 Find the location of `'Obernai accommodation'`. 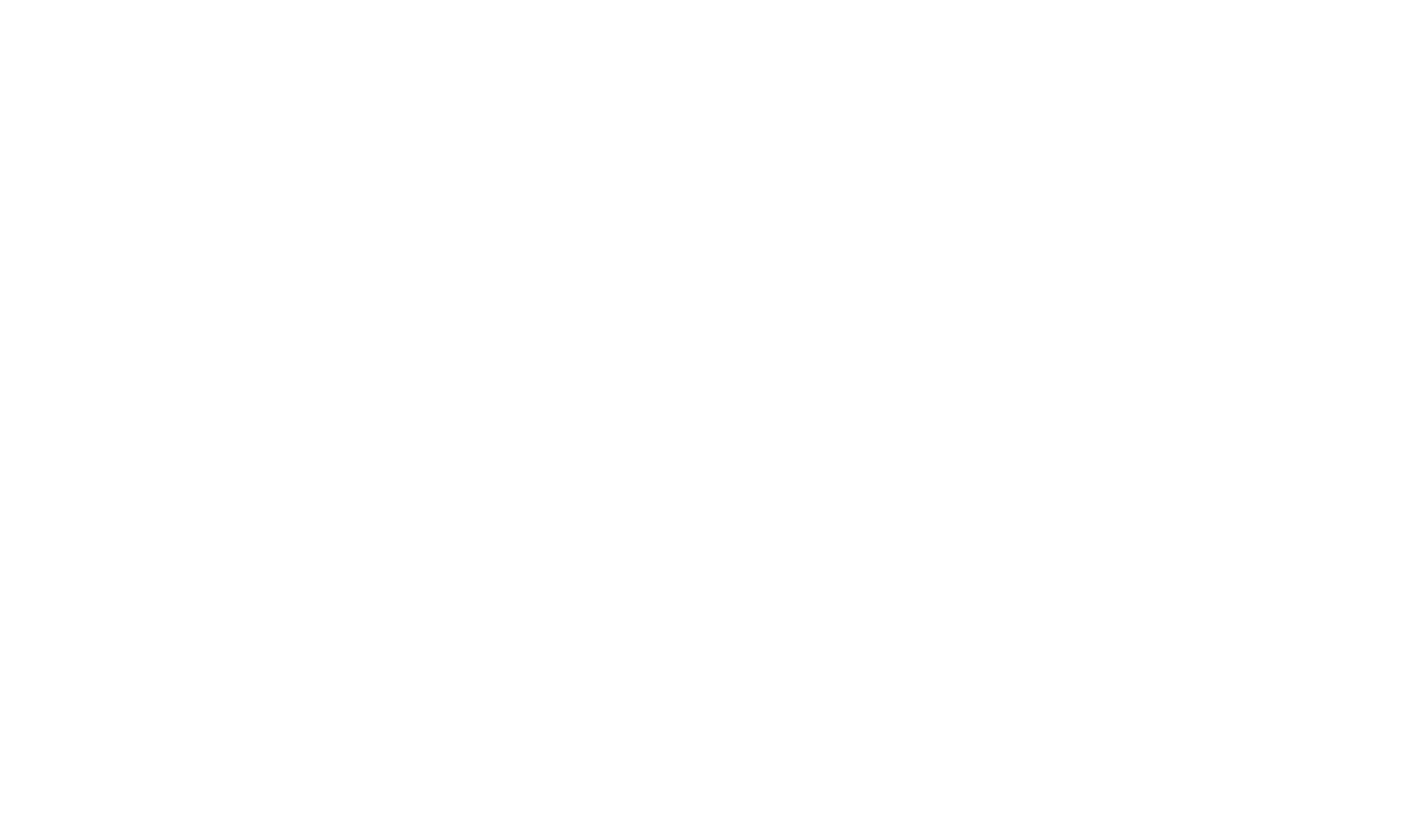

'Obernai accommodation' is located at coordinates (104, 136).